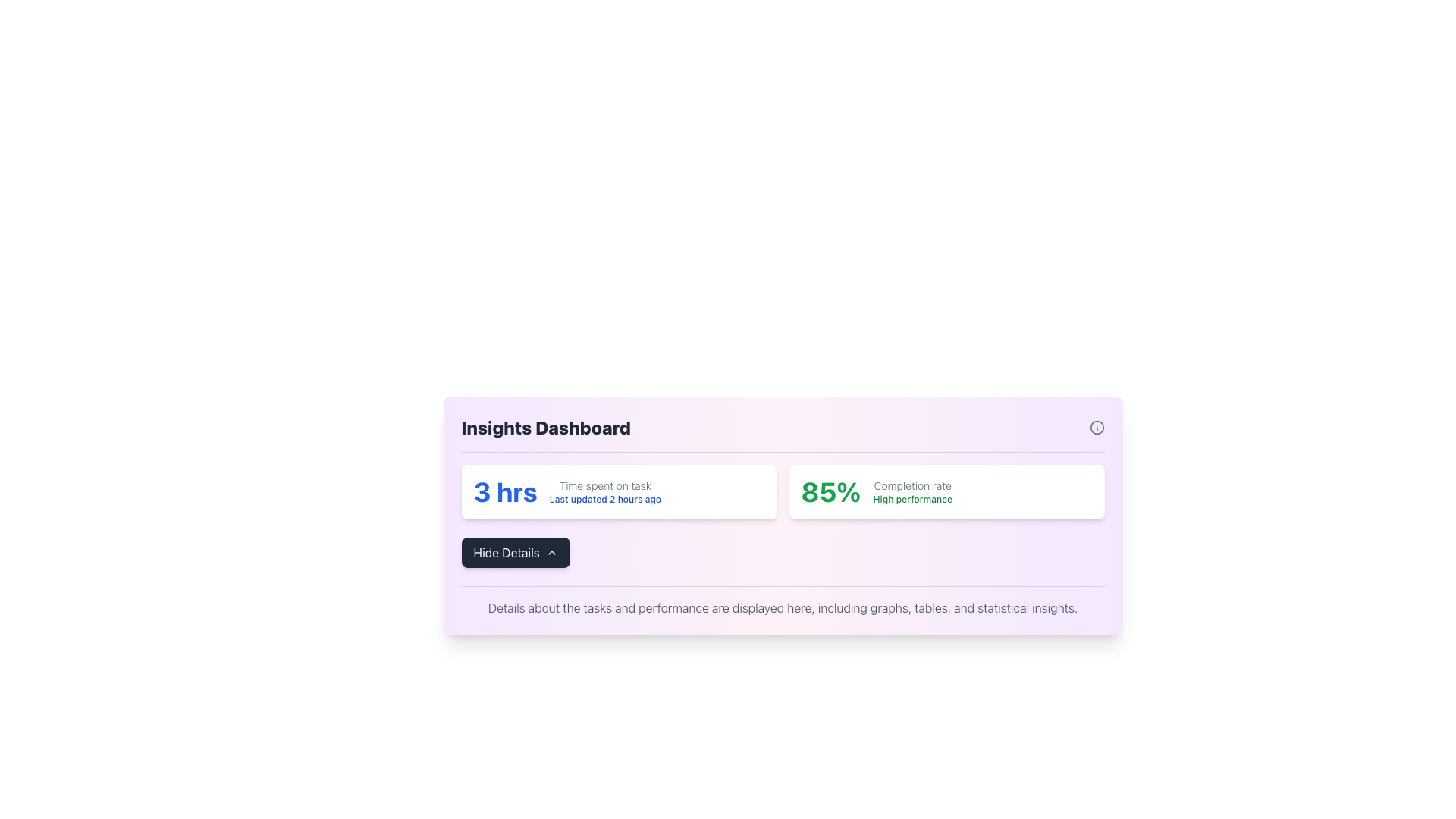  I want to click on the text label located above the 'Last updated 2 hours ago' element in the left-bottom card segment of the dashboard, so click(604, 485).